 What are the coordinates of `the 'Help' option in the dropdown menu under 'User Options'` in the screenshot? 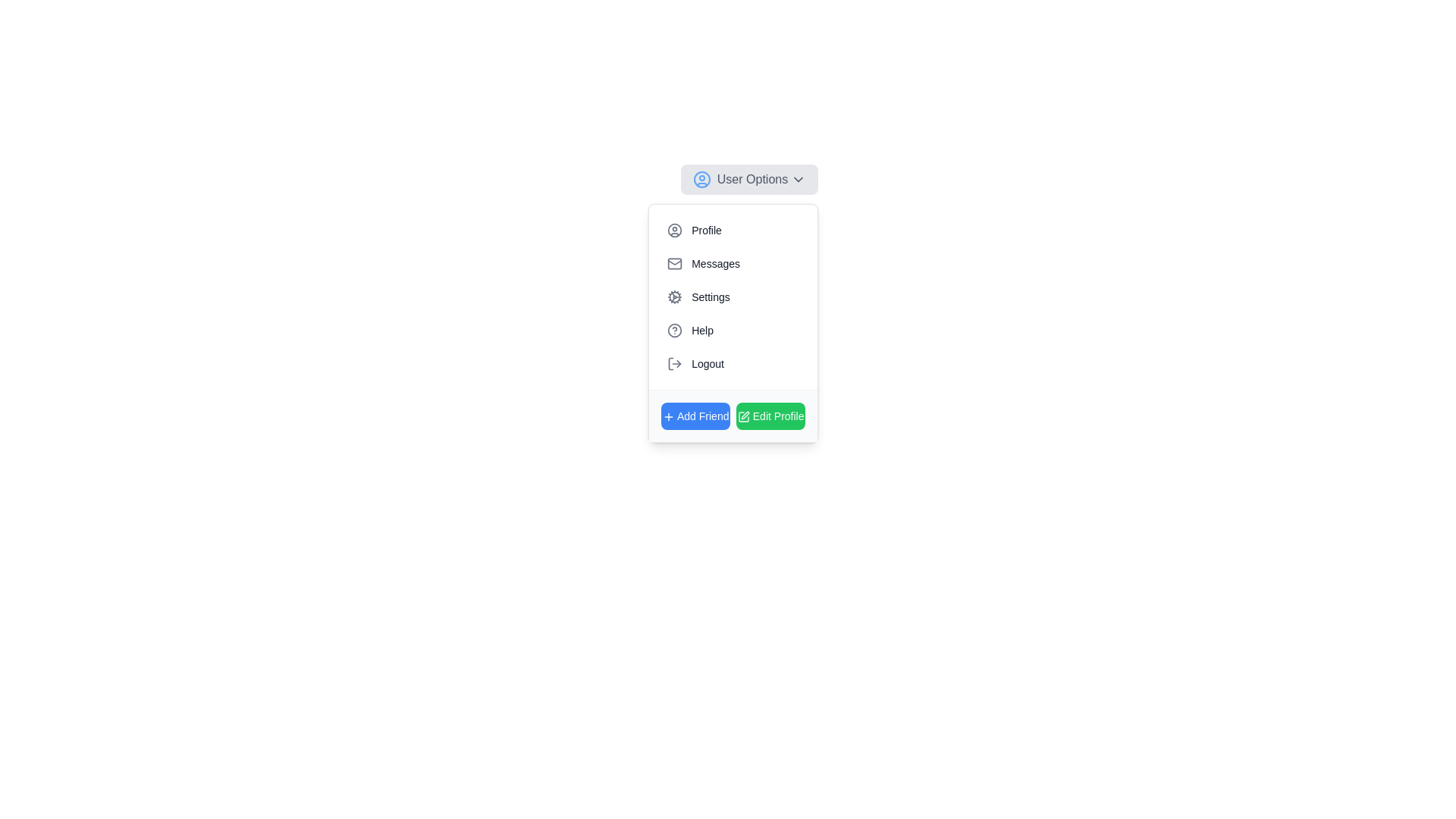 It's located at (733, 322).